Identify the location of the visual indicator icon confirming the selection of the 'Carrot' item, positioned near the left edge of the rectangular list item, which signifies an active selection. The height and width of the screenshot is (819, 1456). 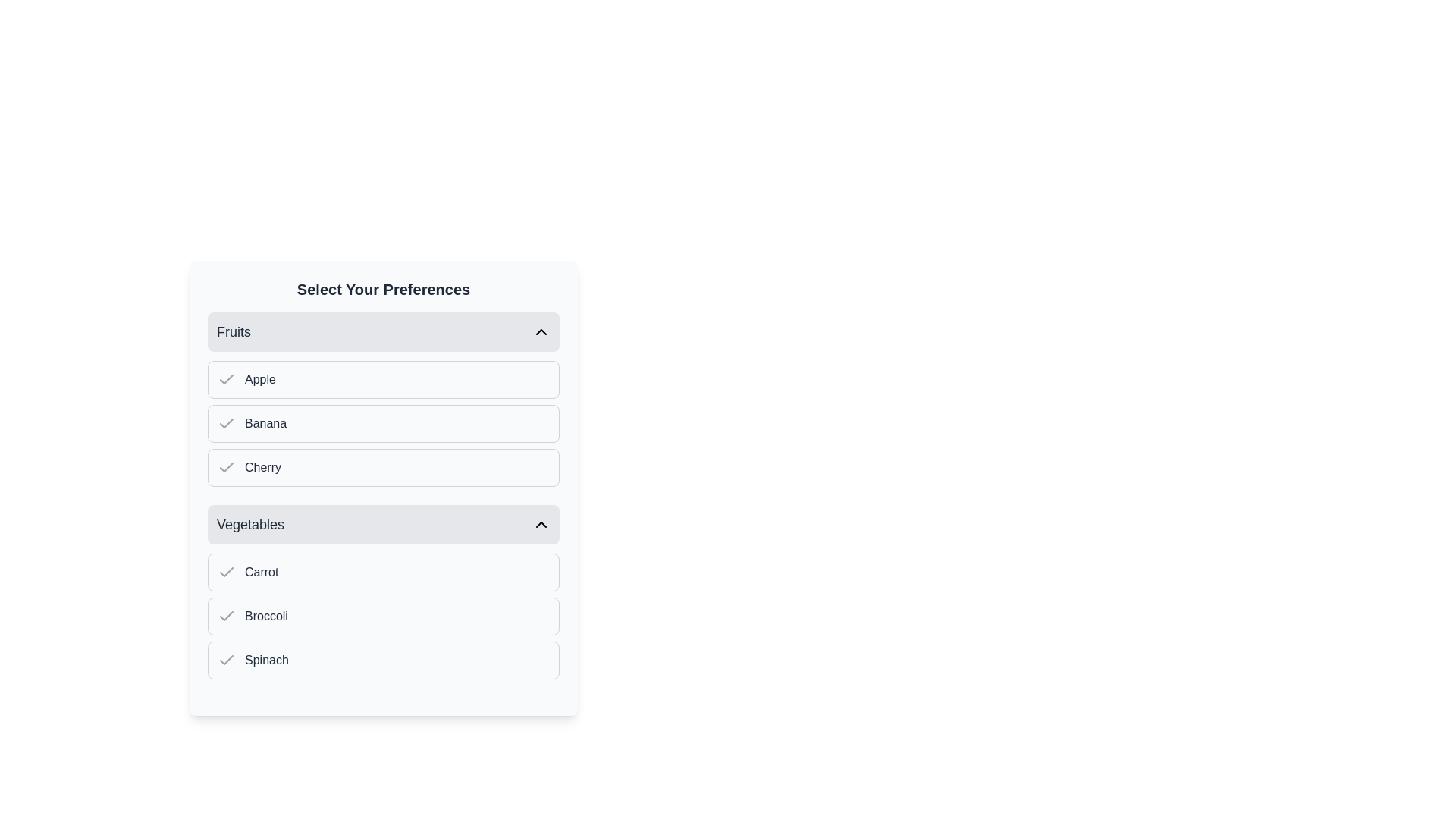
(225, 573).